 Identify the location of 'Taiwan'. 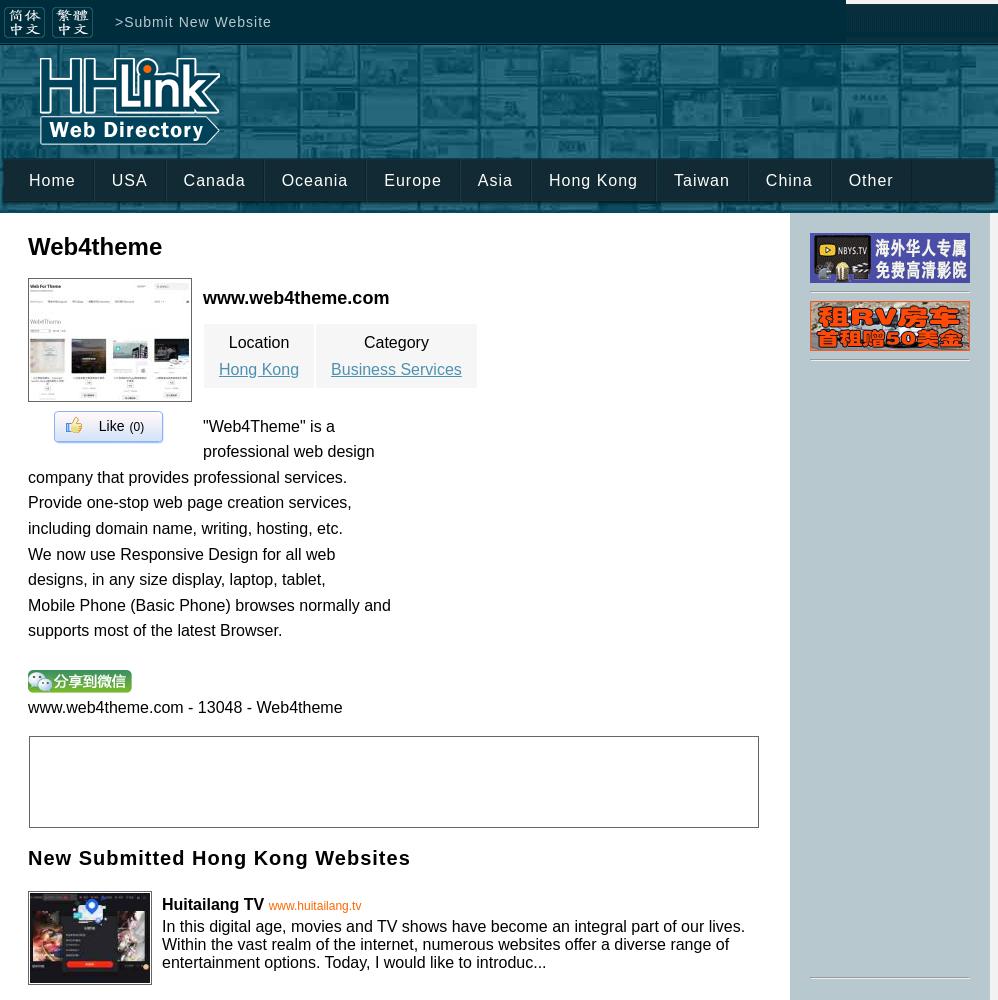
(673, 180).